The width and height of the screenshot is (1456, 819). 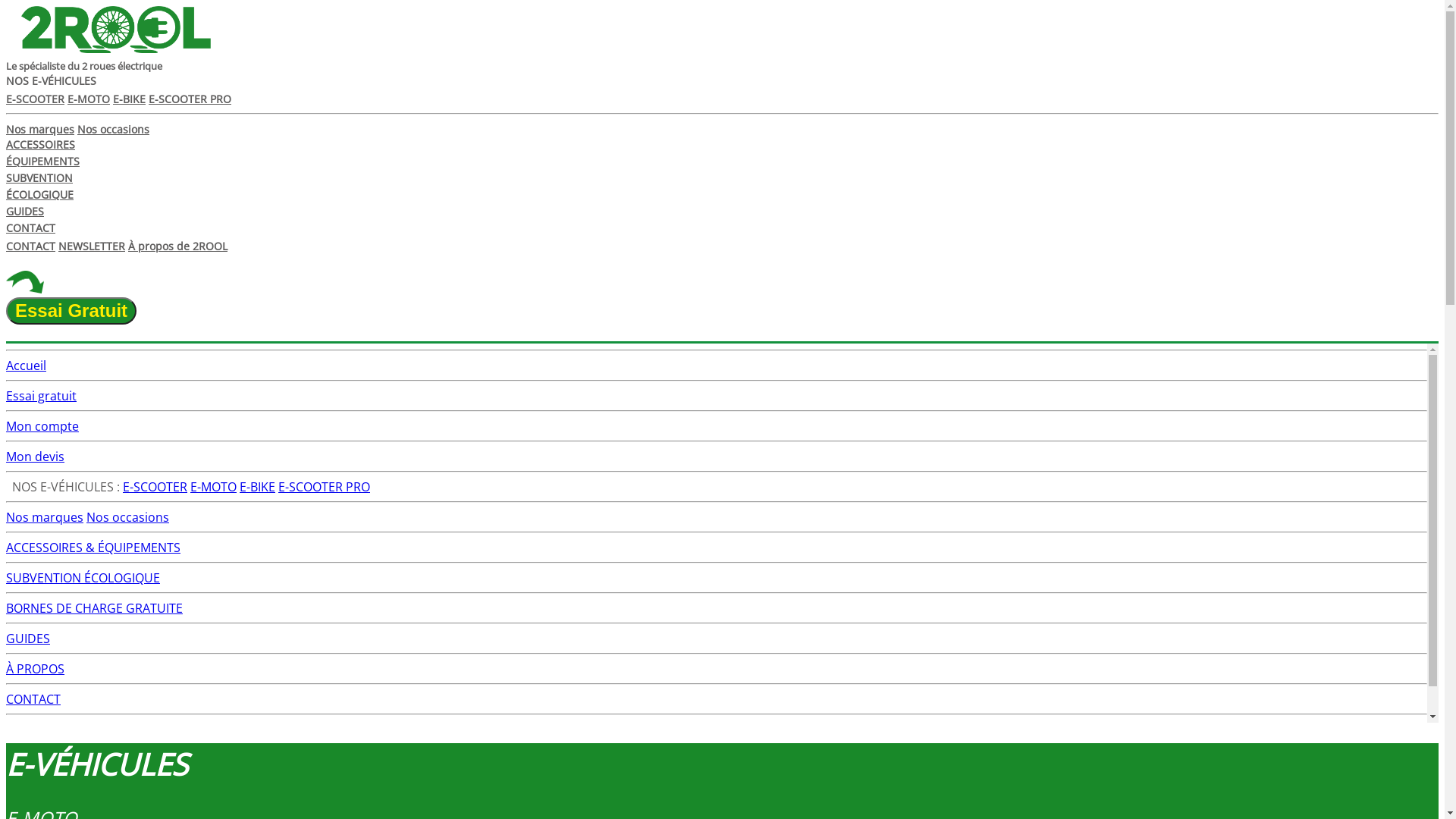 I want to click on 'BORNES DE CHARGE GRATUITE', so click(x=93, y=607).